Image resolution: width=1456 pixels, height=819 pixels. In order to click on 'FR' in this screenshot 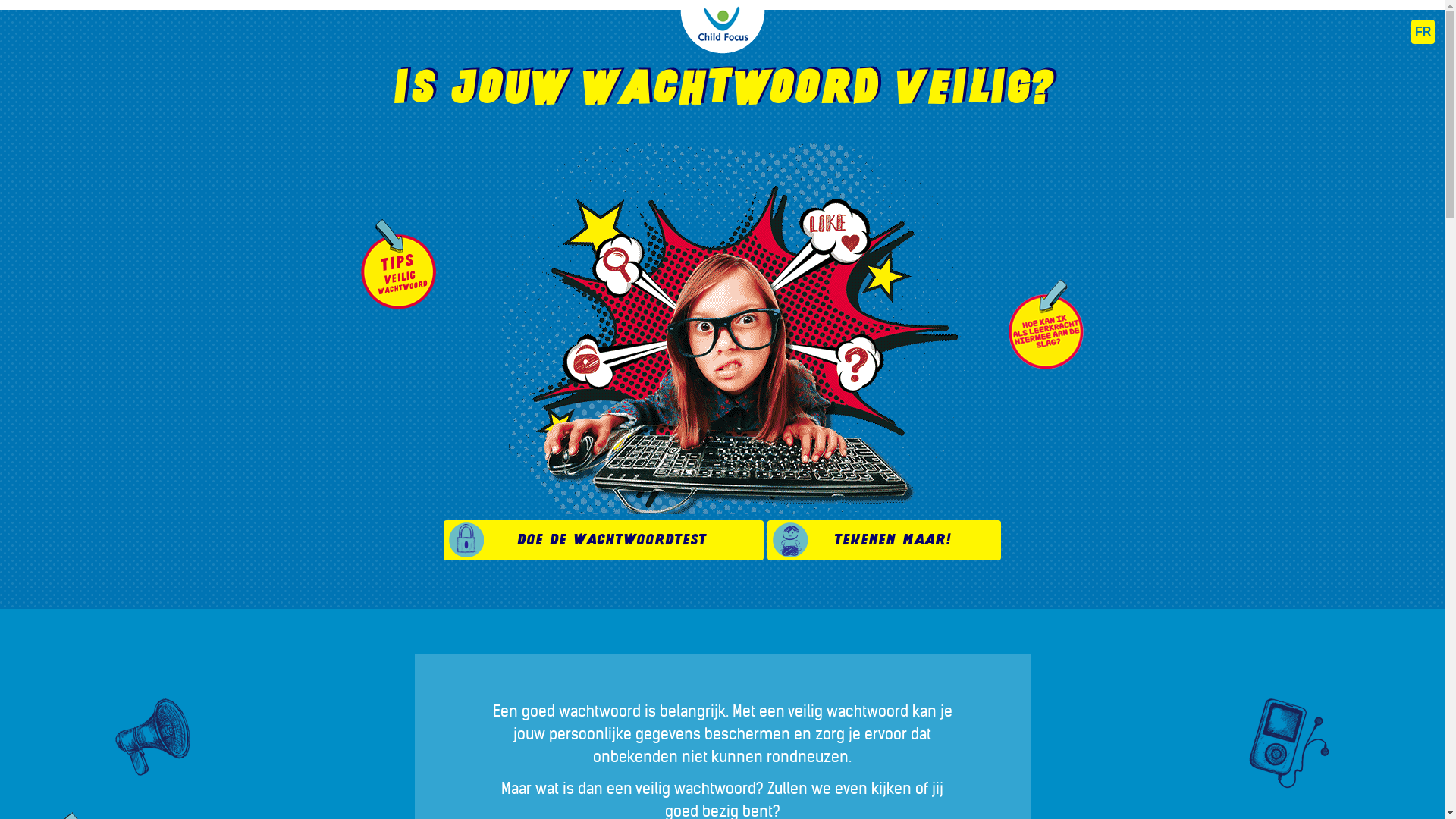, I will do `click(1410, 32)`.